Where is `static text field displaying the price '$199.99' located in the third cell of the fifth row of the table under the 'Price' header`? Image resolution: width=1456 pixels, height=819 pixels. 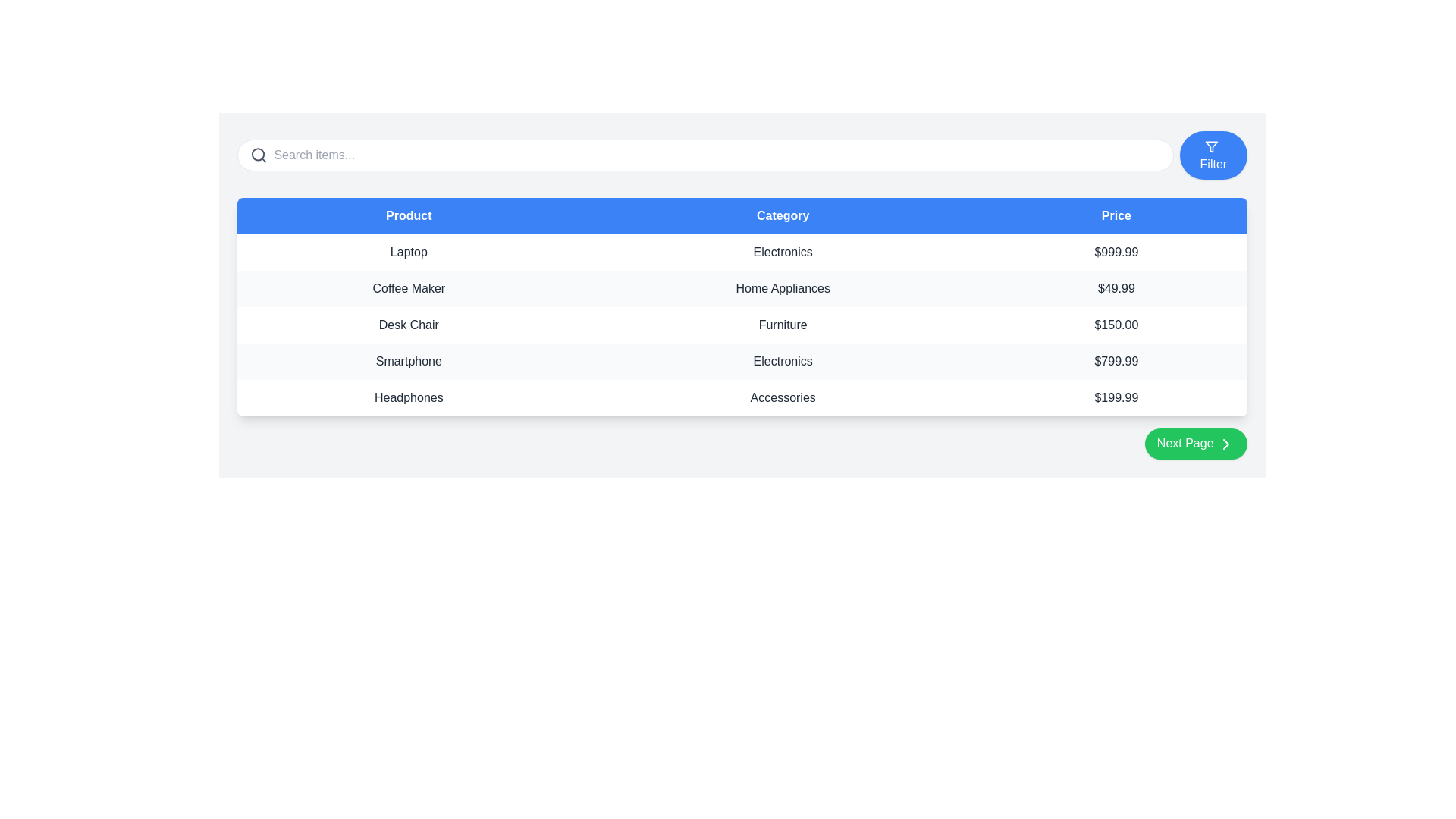
static text field displaying the price '$199.99' located in the third cell of the fifth row of the table under the 'Price' header is located at coordinates (1116, 397).